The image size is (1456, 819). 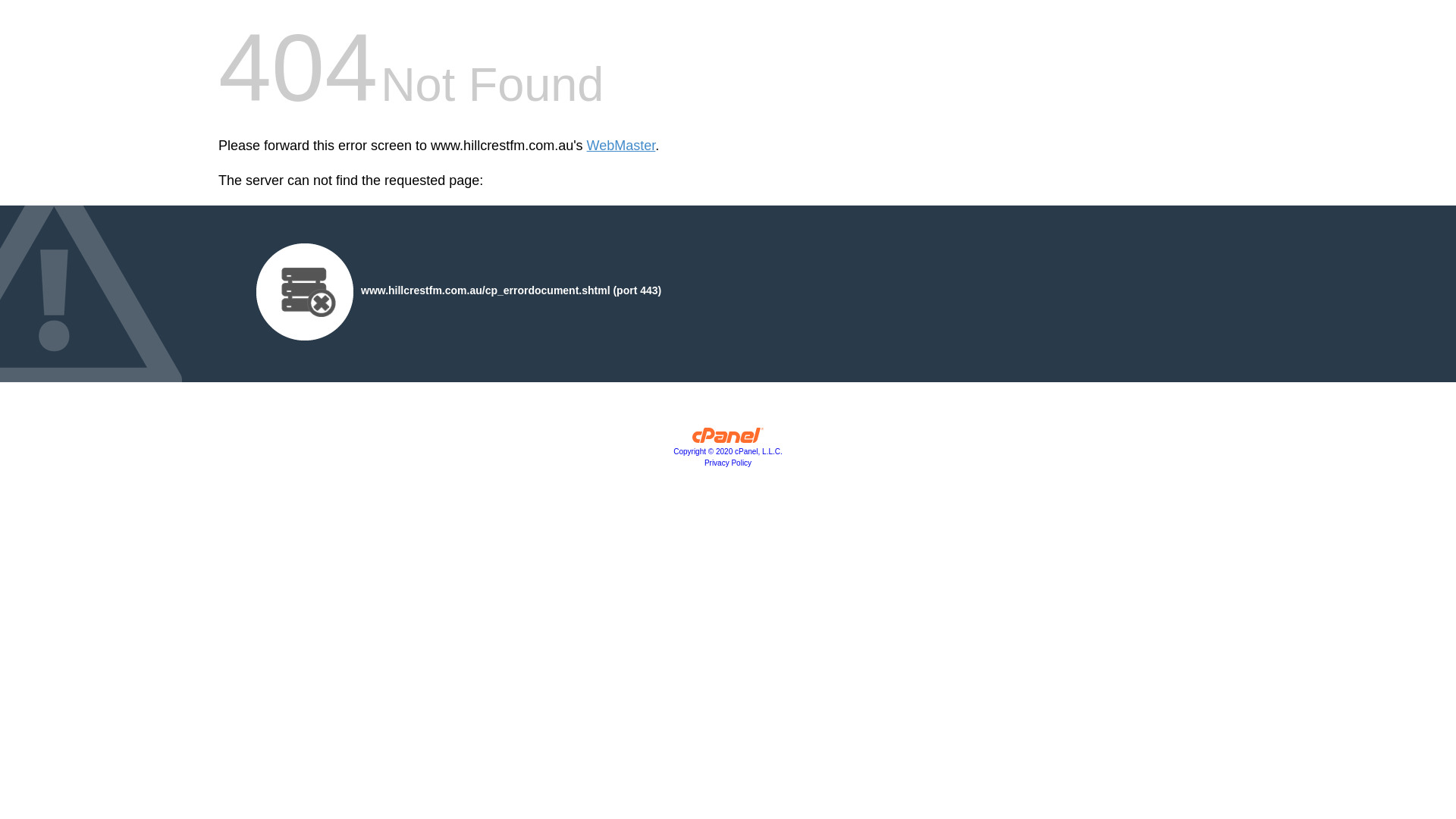 I want to click on 'WebMaster', so click(x=621, y=146).